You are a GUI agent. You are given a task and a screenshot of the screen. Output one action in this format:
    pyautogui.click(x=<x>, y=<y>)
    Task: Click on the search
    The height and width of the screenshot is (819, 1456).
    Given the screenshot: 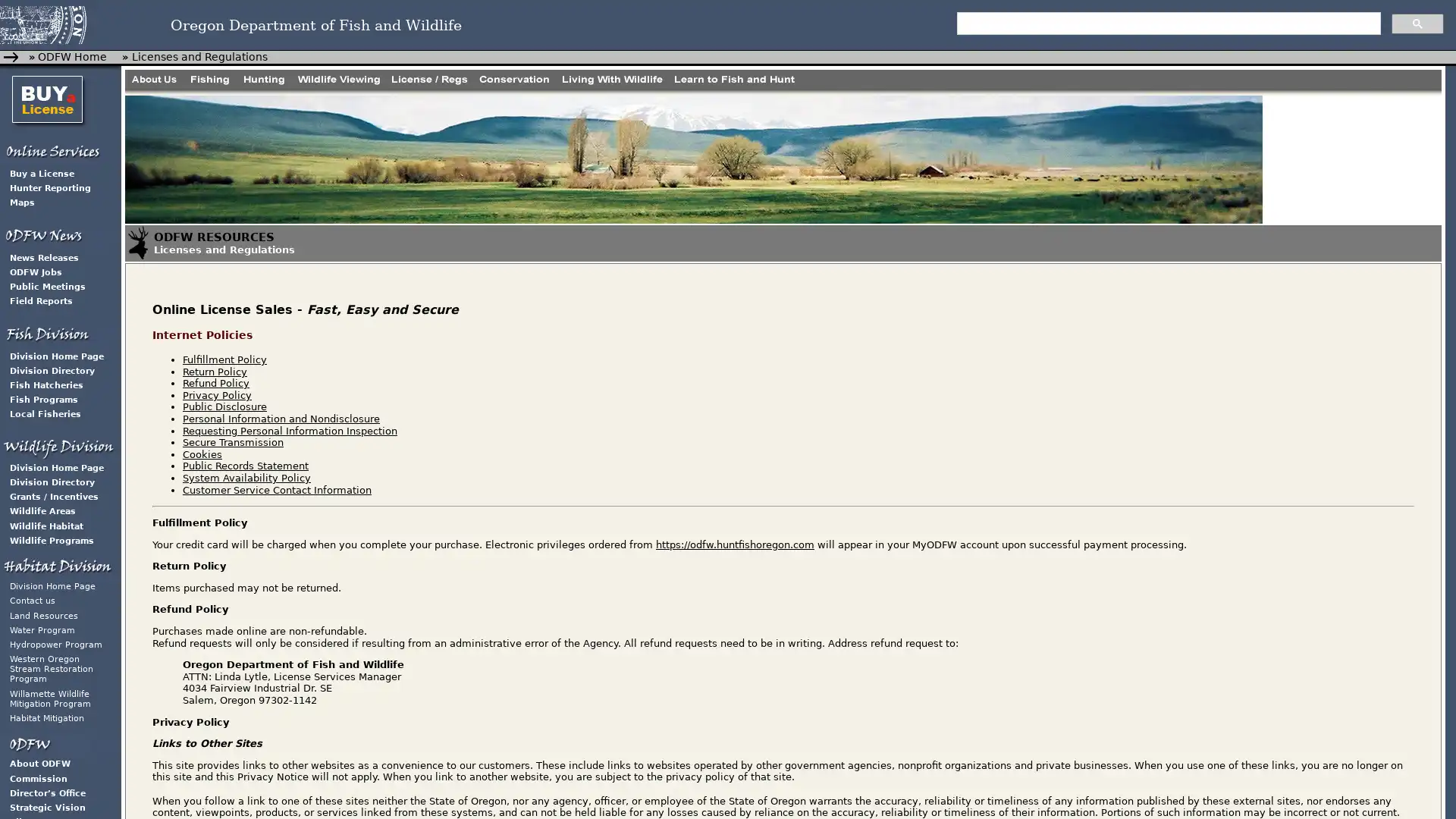 What is the action you would take?
    pyautogui.click(x=1417, y=23)
    